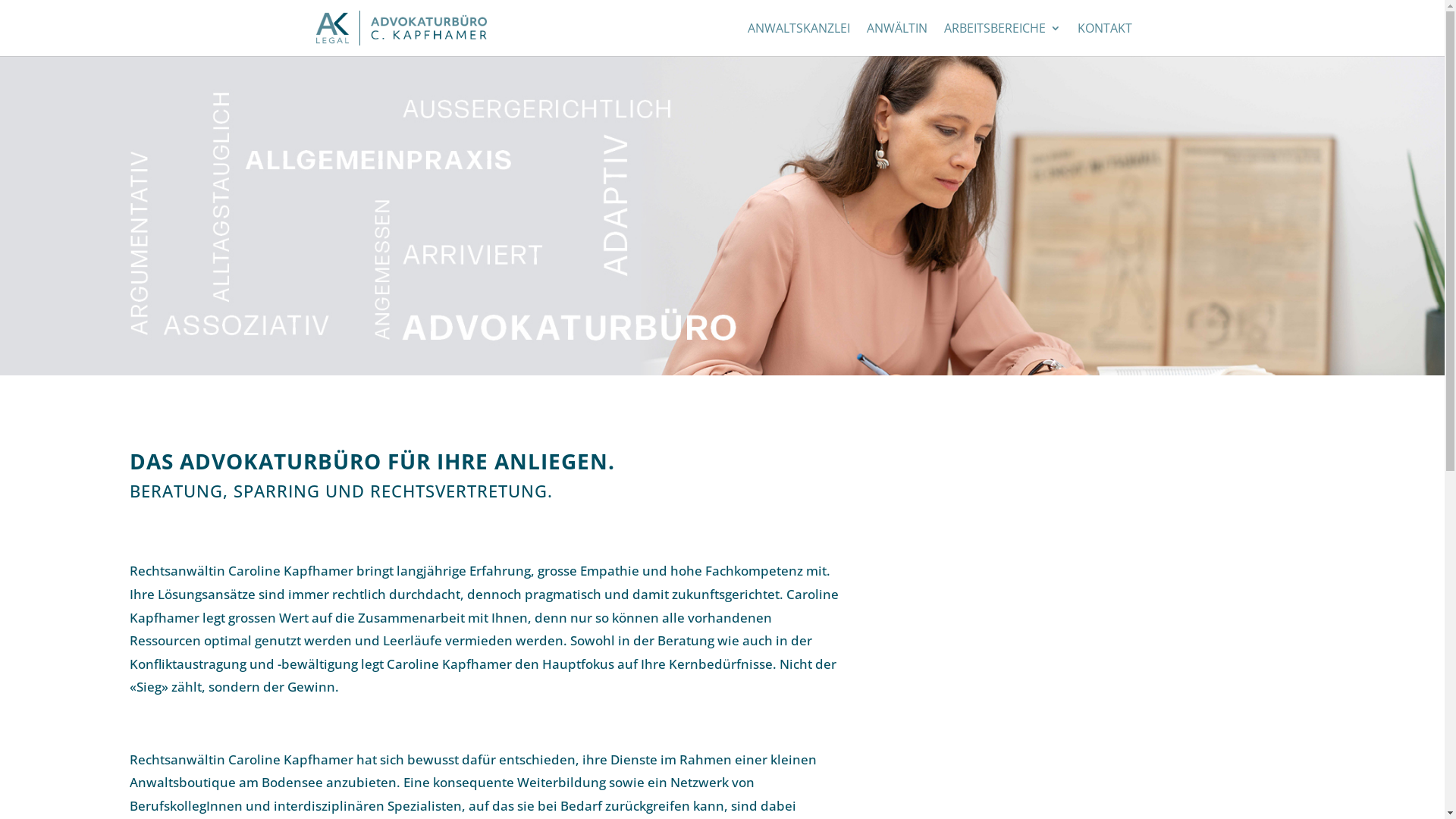 This screenshot has width=1456, height=819. Describe the element at coordinates (798, 38) in the screenshot. I see `'ANWALTSKANZLEI'` at that location.